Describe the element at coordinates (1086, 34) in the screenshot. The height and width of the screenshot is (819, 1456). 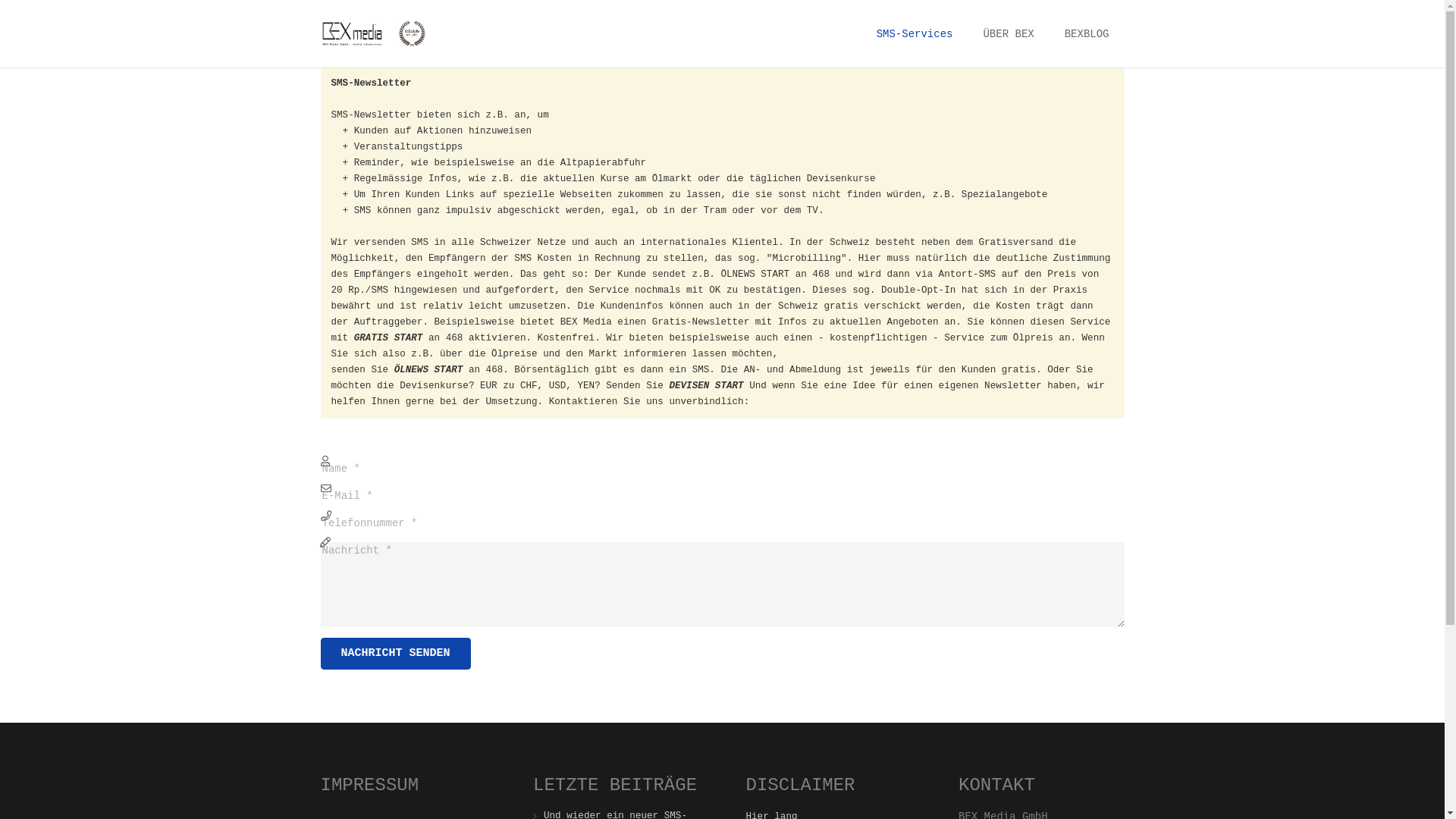
I see `'BEXBLOG'` at that location.